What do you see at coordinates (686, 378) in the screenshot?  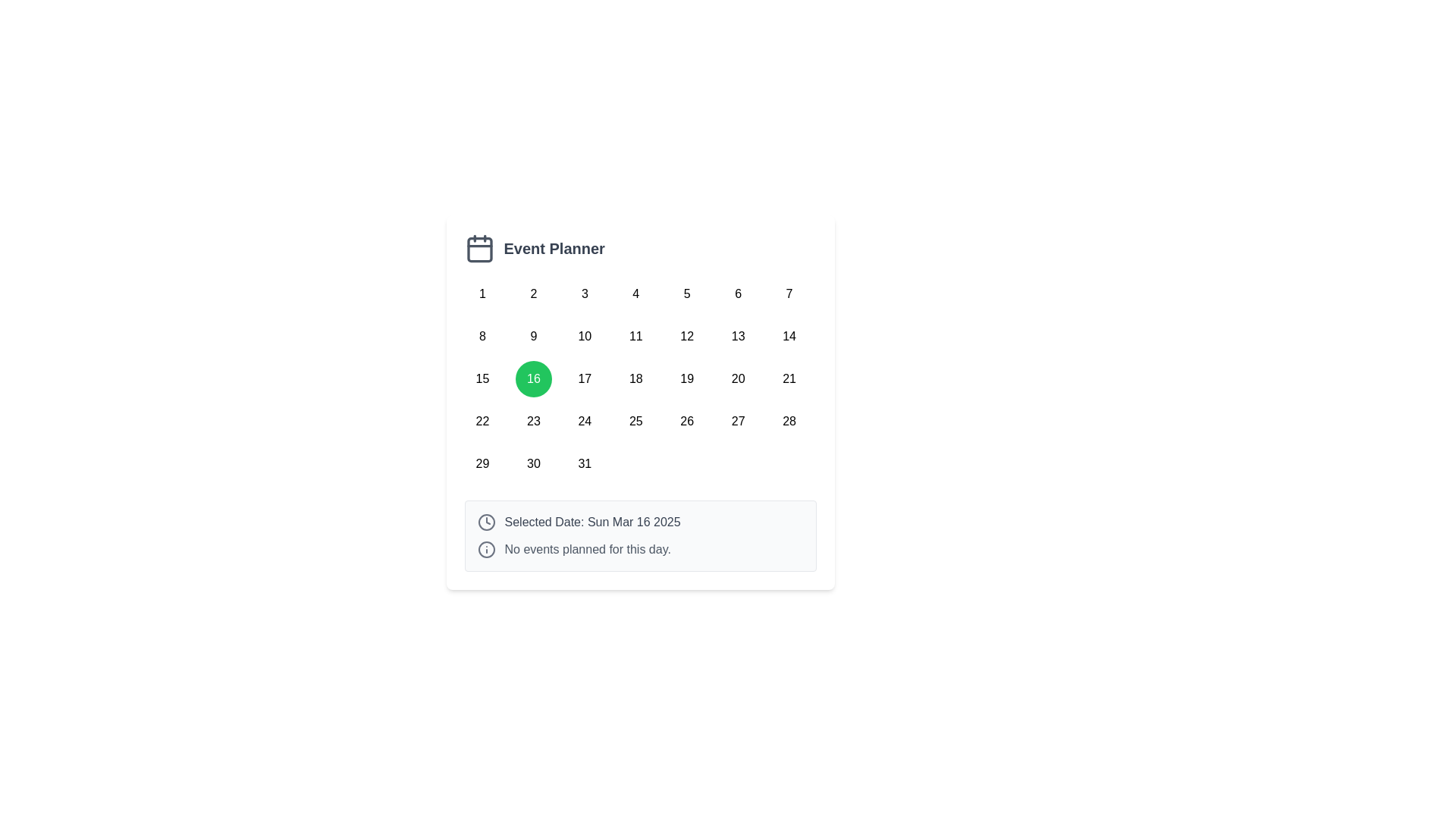 I see `the circular calendar button displaying the number '19' in the 'Event Planner' section` at bounding box center [686, 378].